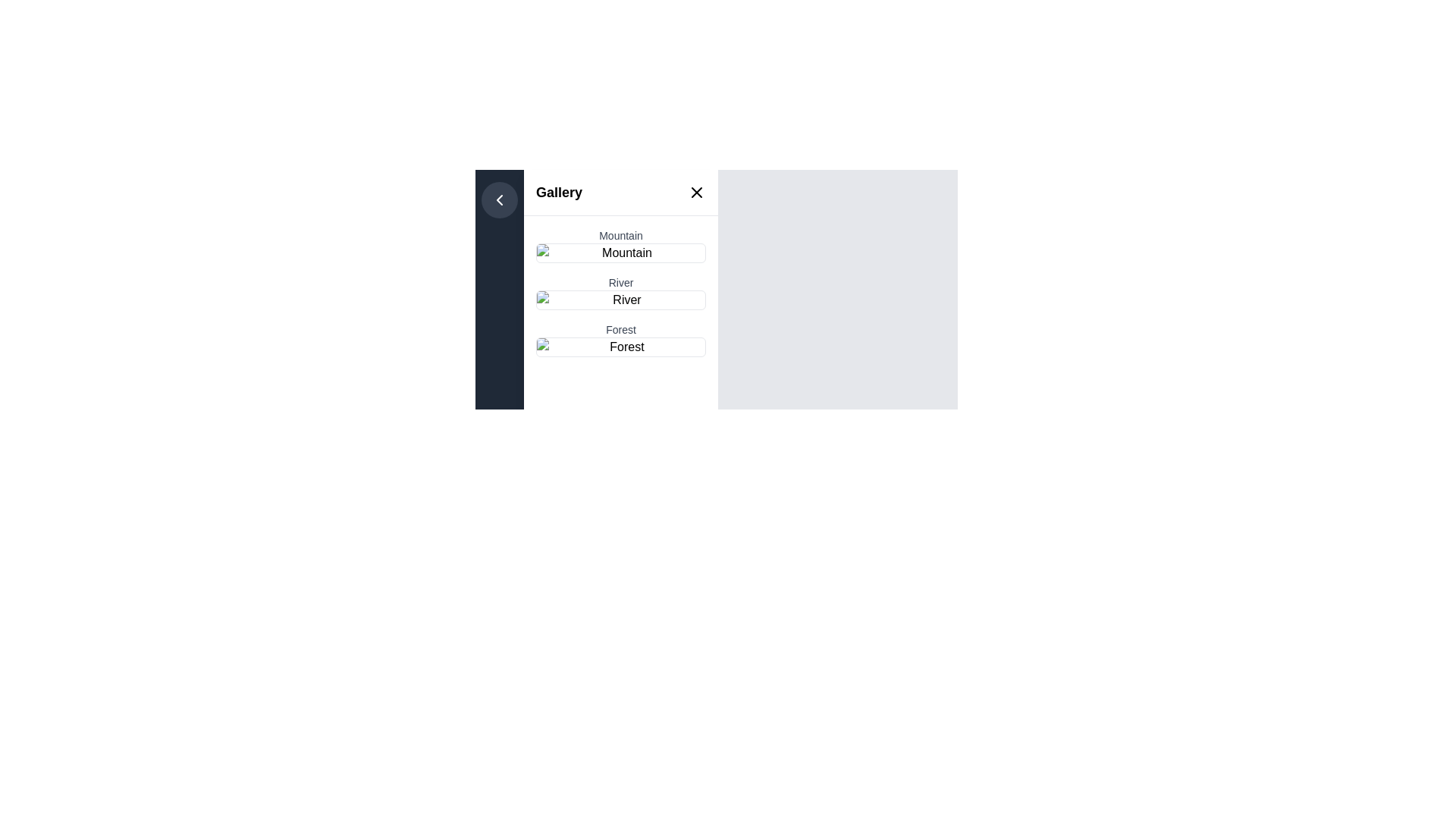 The image size is (1456, 819). I want to click on the navigation button located at the top of the vertical sidebar on the left-hand side of the interface, so click(499, 199).